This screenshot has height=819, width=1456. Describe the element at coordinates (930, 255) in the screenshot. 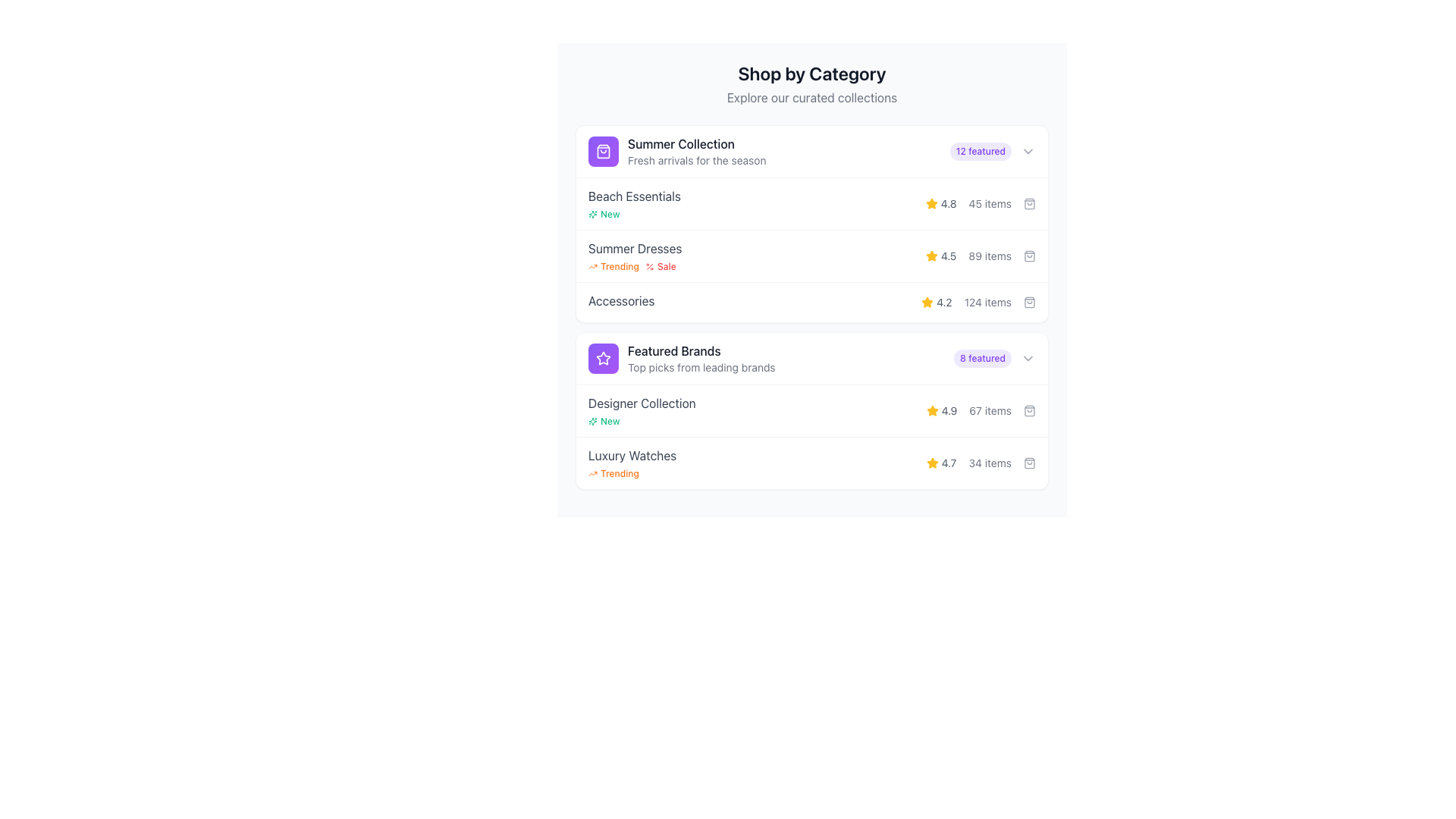

I see `the star rating icon located to the right of the text label for 'Summer Dresses' and left of the number '4.5' in the list` at that location.